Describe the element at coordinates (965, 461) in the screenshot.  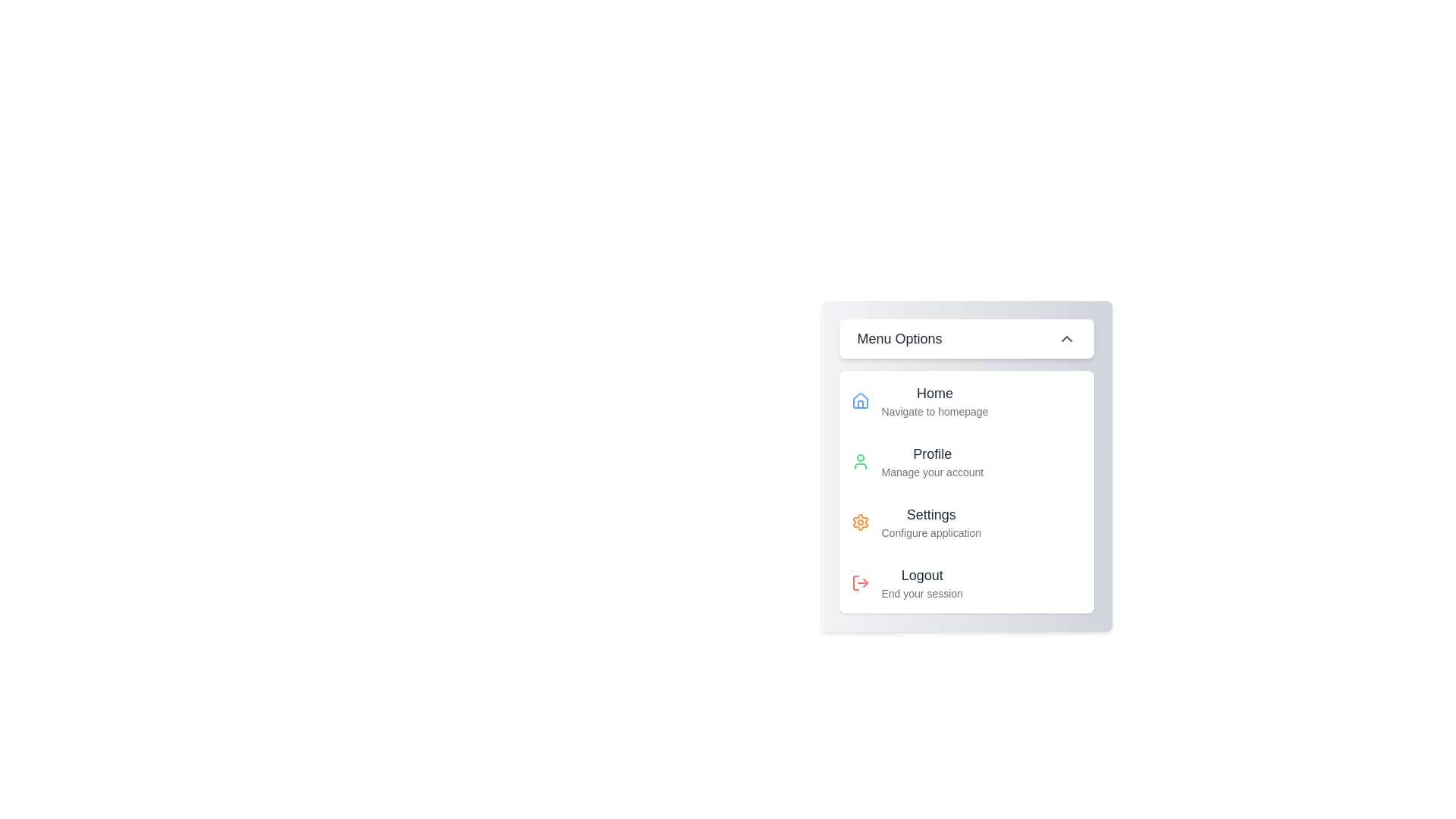
I see `the 'Profile' menu item, which is the second item in the vertical list of menu options` at that location.